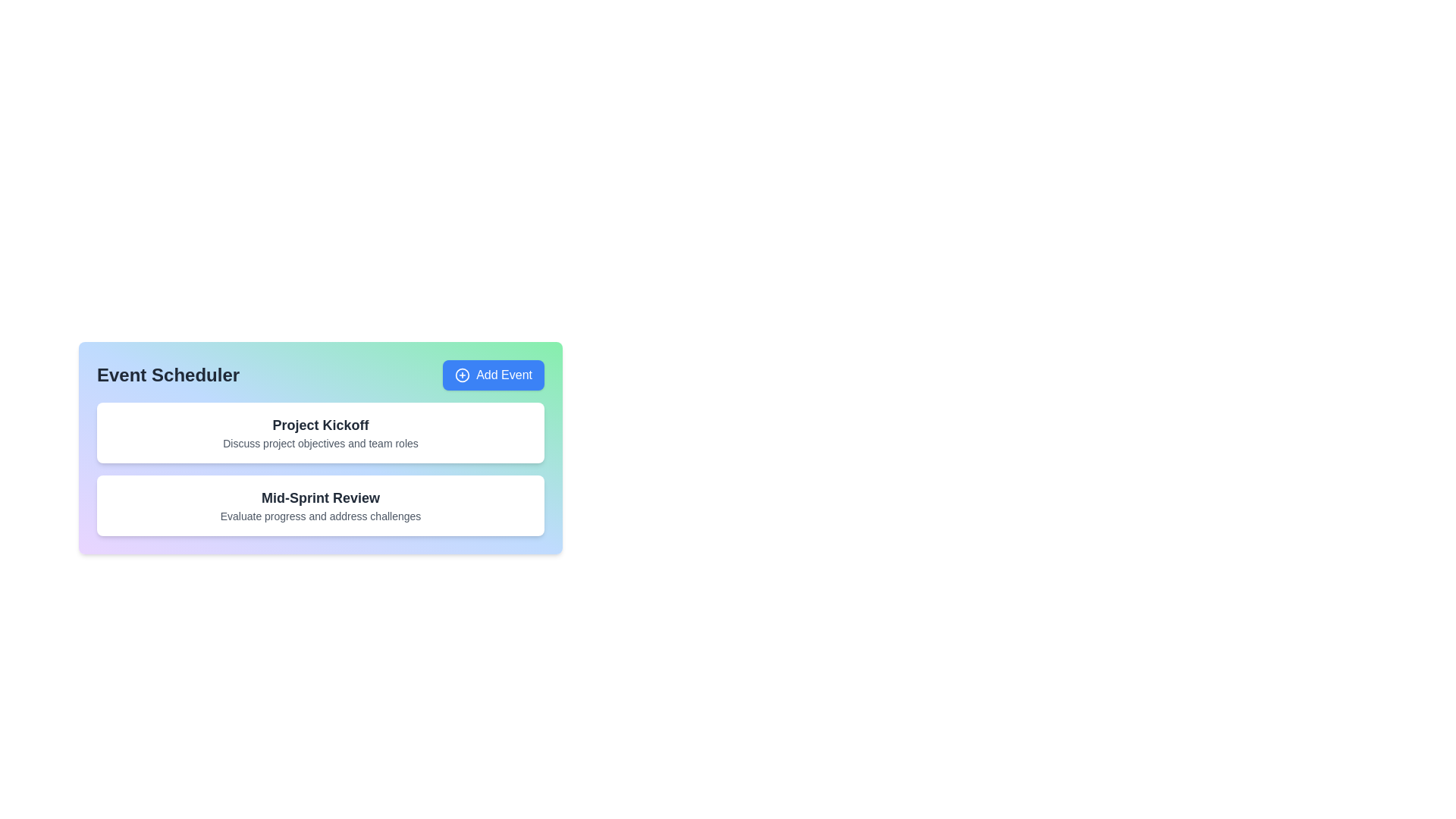  Describe the element at coordinates (319, 432) in the screenshot. I see `the 'Project Kickoff' card element` at that location.